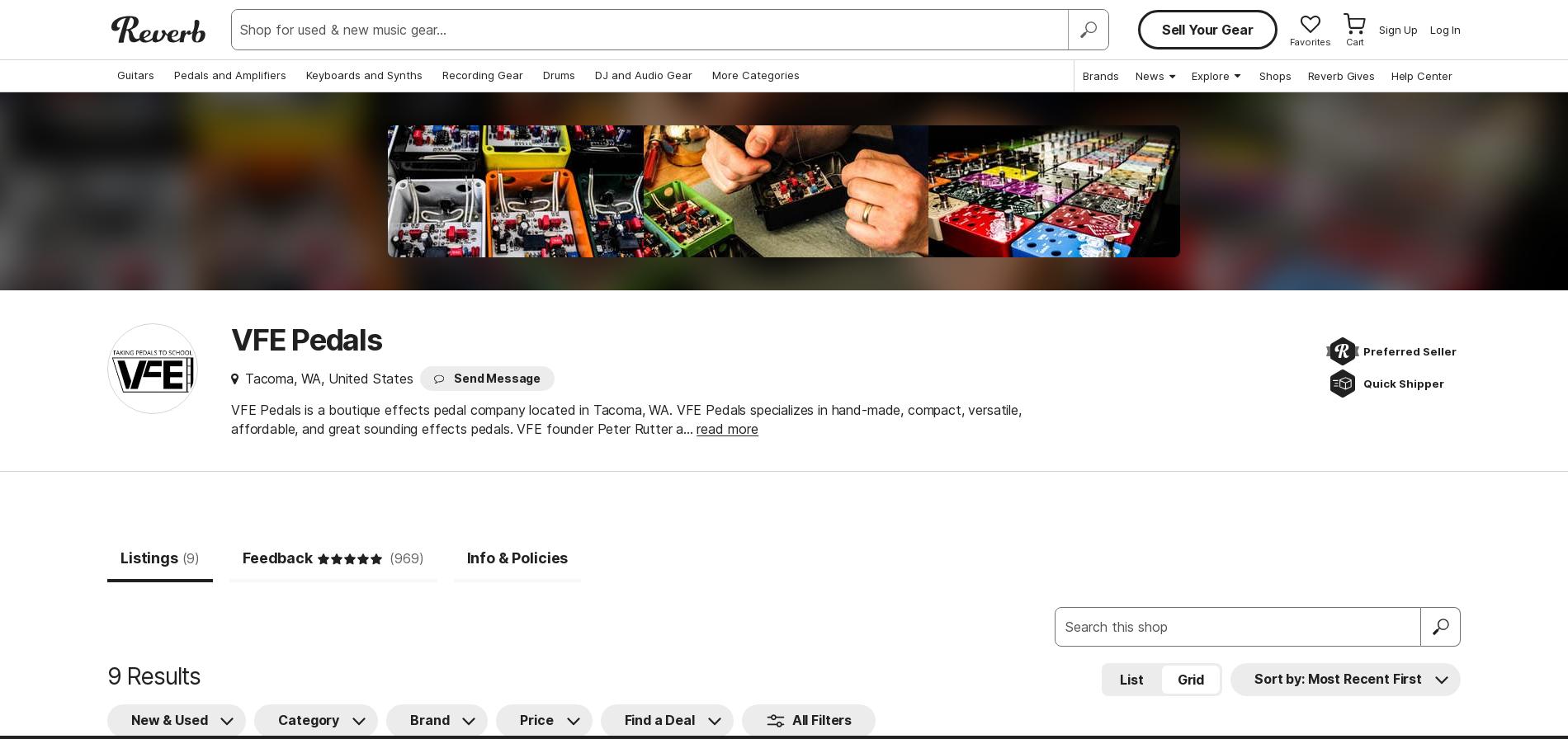 Image resolution: width=1568 pixels, height=739 pixels. I want to click on 'Reverb Gives', so click(1340, 76).